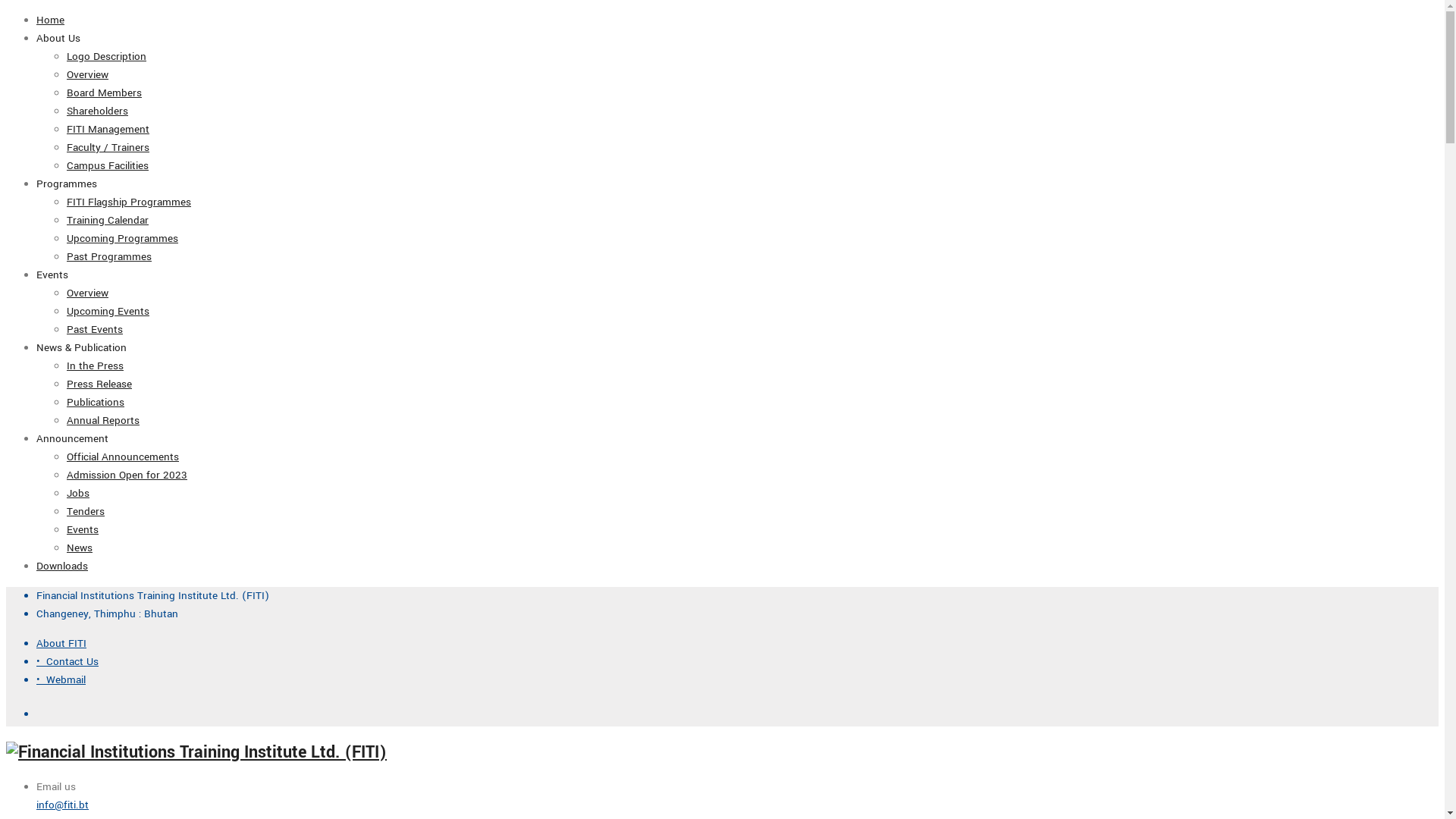 This screenshot has width=1456, height=819. What do you see at coordinates (106, 613) in the screenshot?
I see `'Changeney, Thimphu : Bhutan'` at bounding box center [106, 613].